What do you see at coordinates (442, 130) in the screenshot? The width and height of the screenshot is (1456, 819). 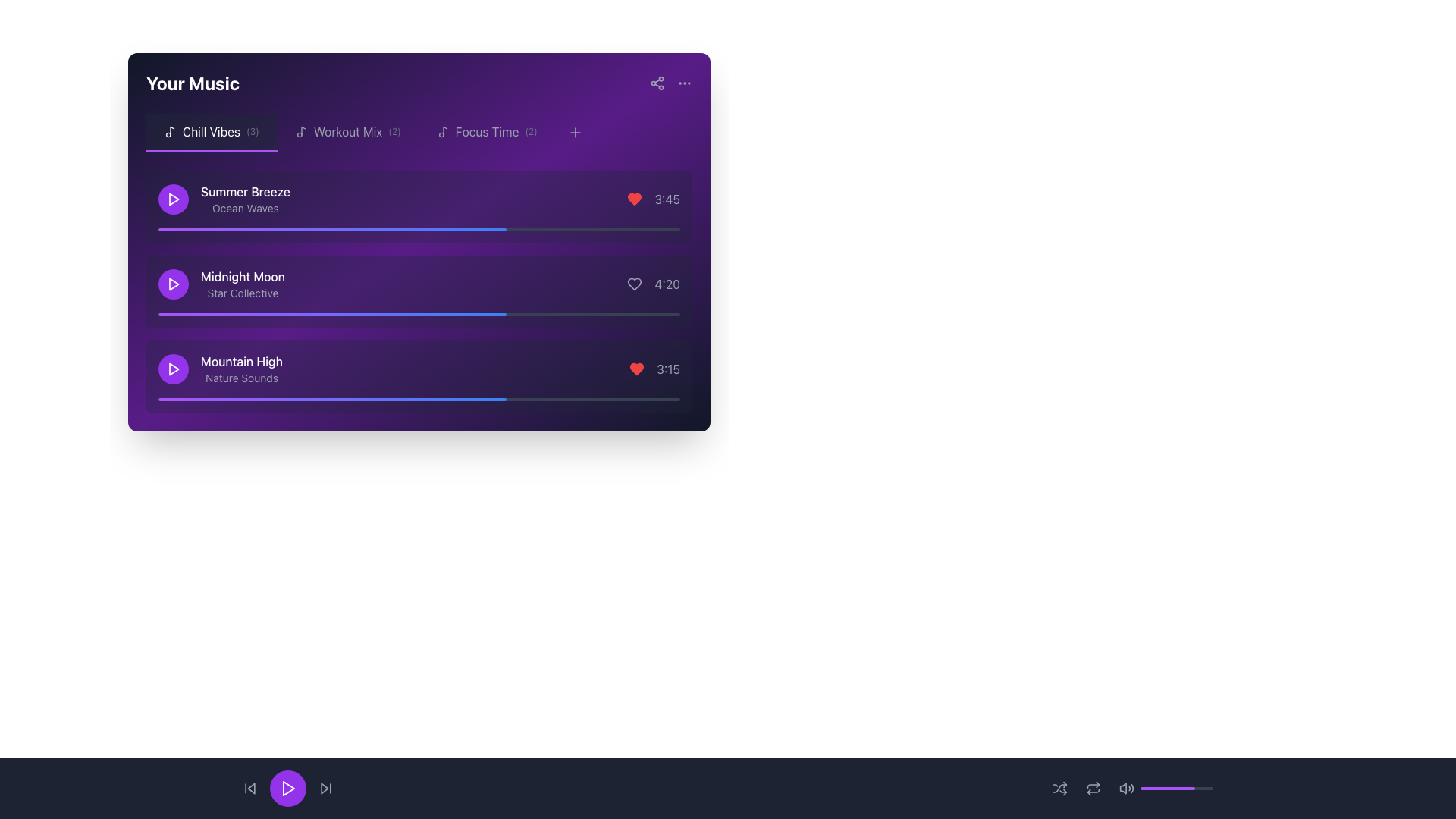 I see `the 'Focus Time' icon located to the left of the 'Focus Time' title text within the 'Focus Time (2)' section of the navigation tabs under 'Your Music'` at bounding box center [442, 130].